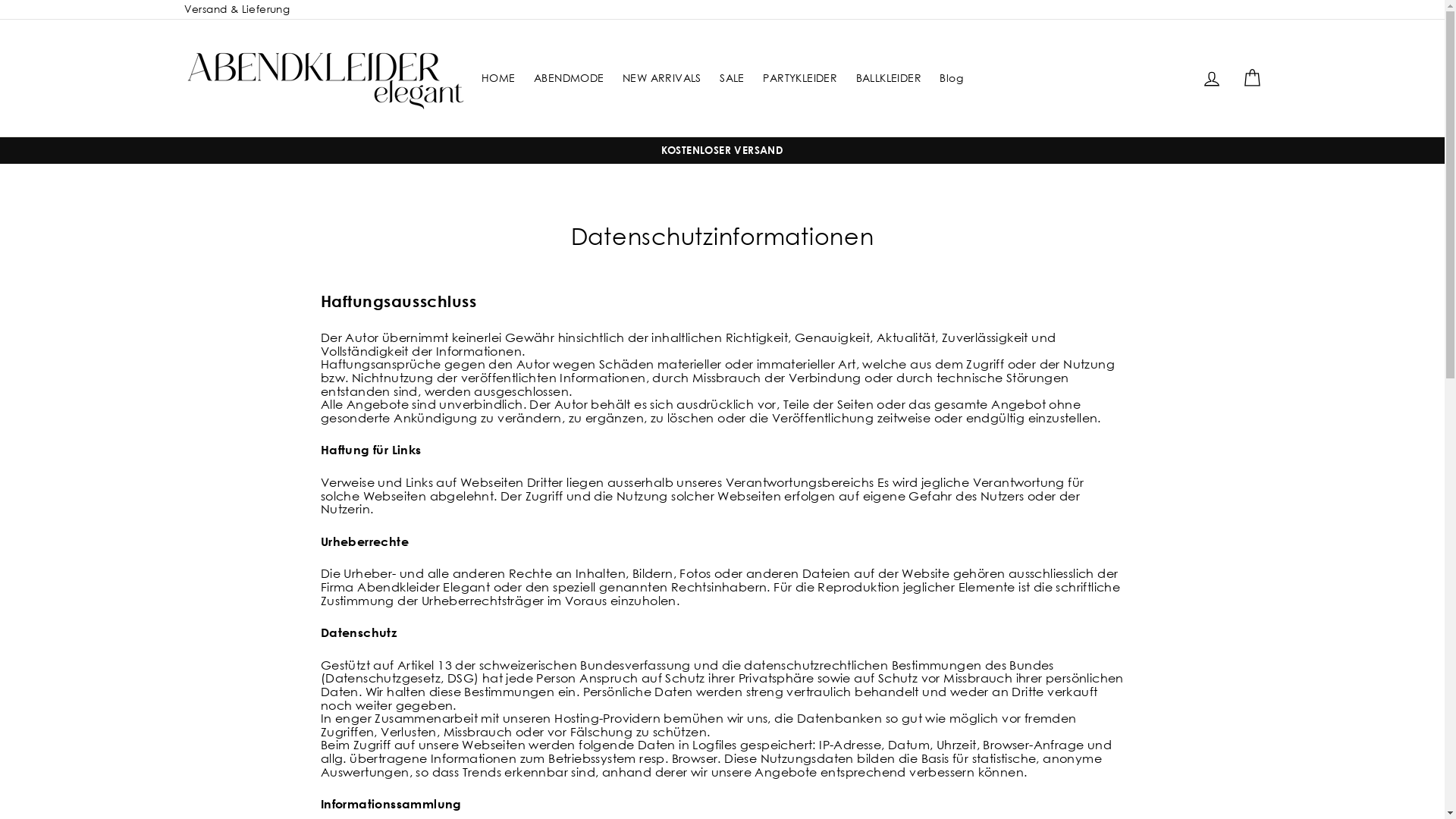 The height and width of the screenshot is (819, 1456). What do you see at coordinates (732, 78) in the screenshot?
I see `'SALE'` at bounding box center [732, 78].